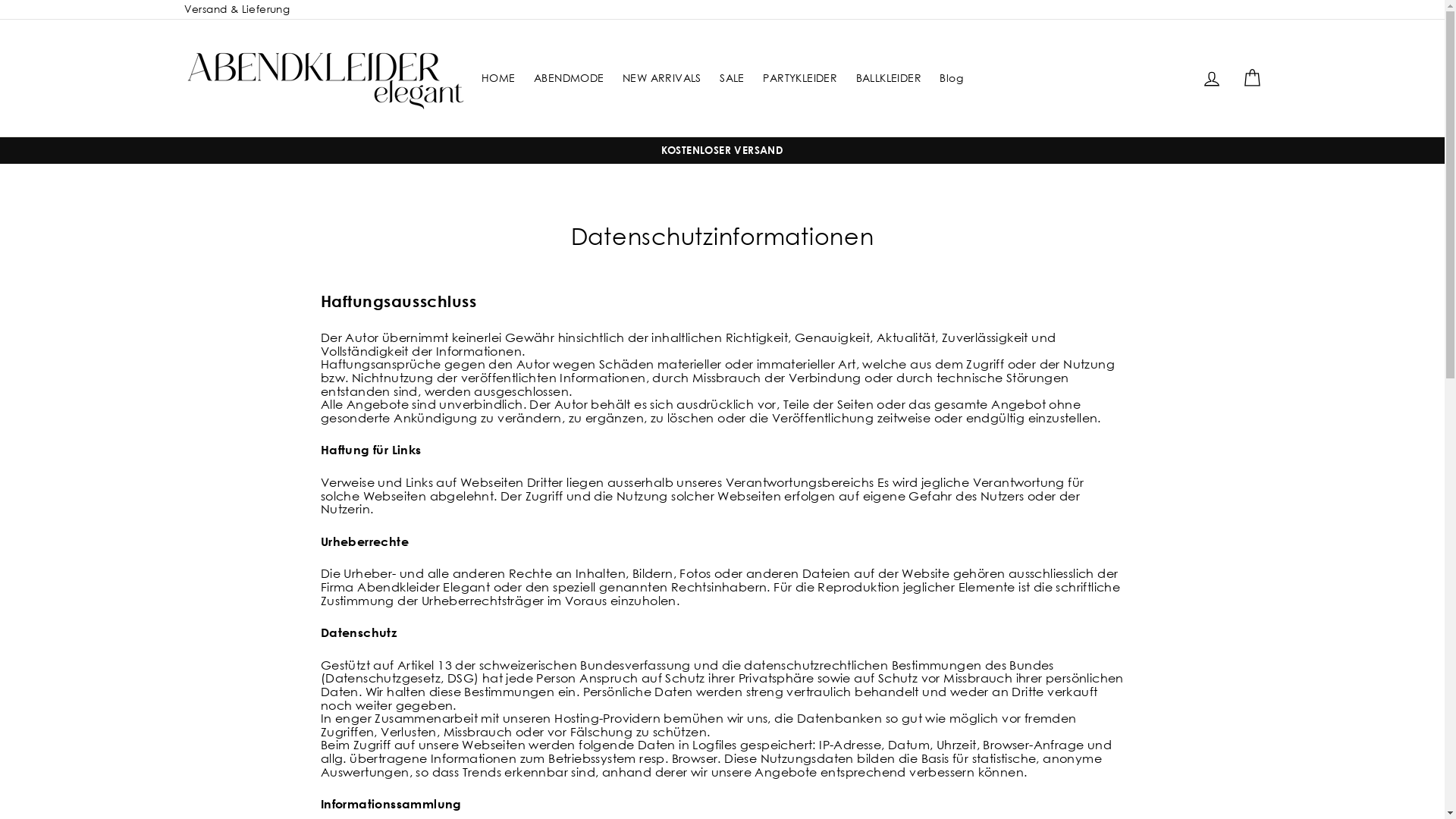 The height and width of the screenshot is (819, 1456). What do you see at coordinates (732, 78) in the screenshot?
I see `'SALE'` at bounding box center [732, 78].